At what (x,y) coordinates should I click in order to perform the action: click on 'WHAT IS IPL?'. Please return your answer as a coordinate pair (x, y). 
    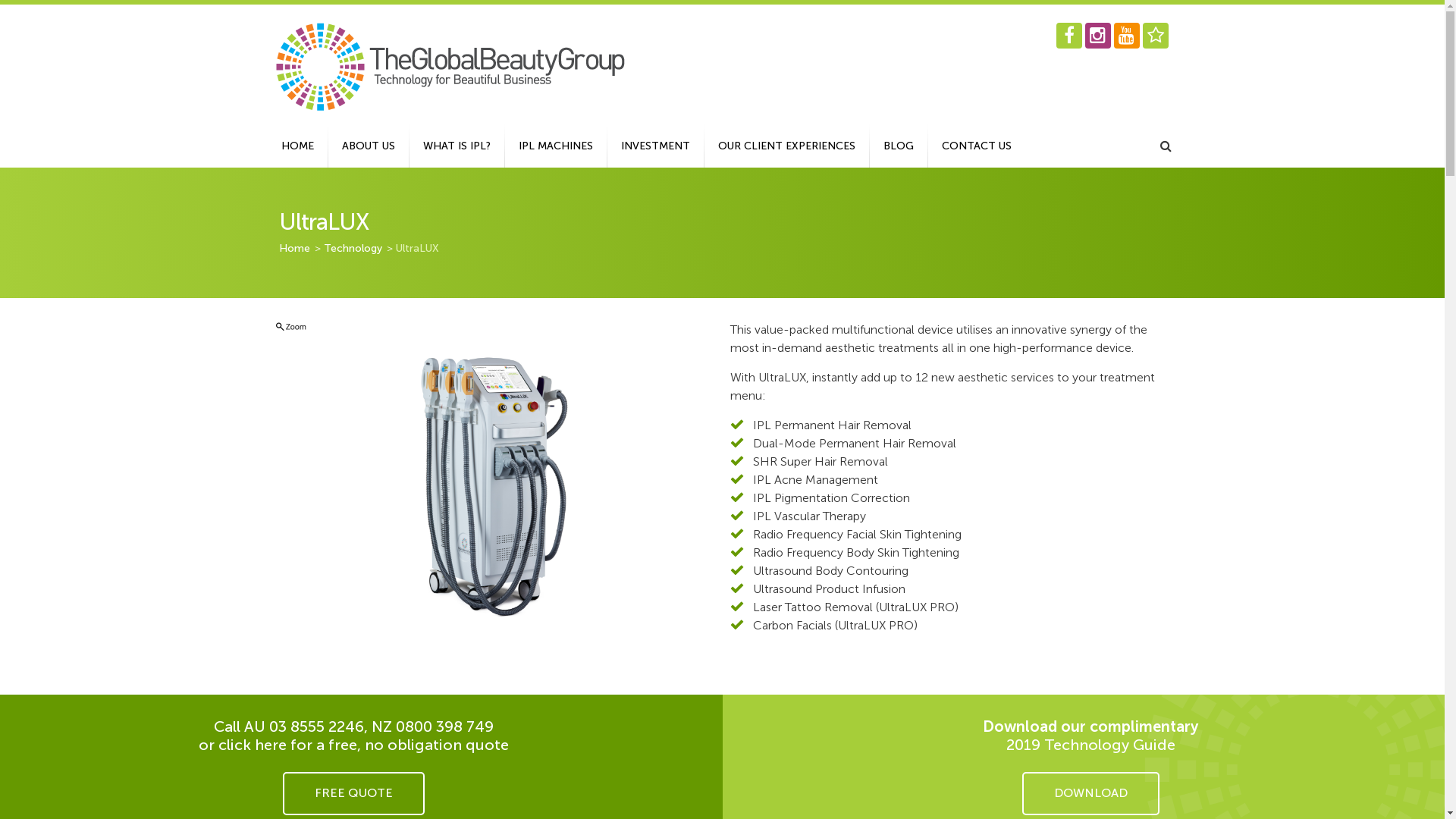
    Looking at the image, I should click on (456, 146).